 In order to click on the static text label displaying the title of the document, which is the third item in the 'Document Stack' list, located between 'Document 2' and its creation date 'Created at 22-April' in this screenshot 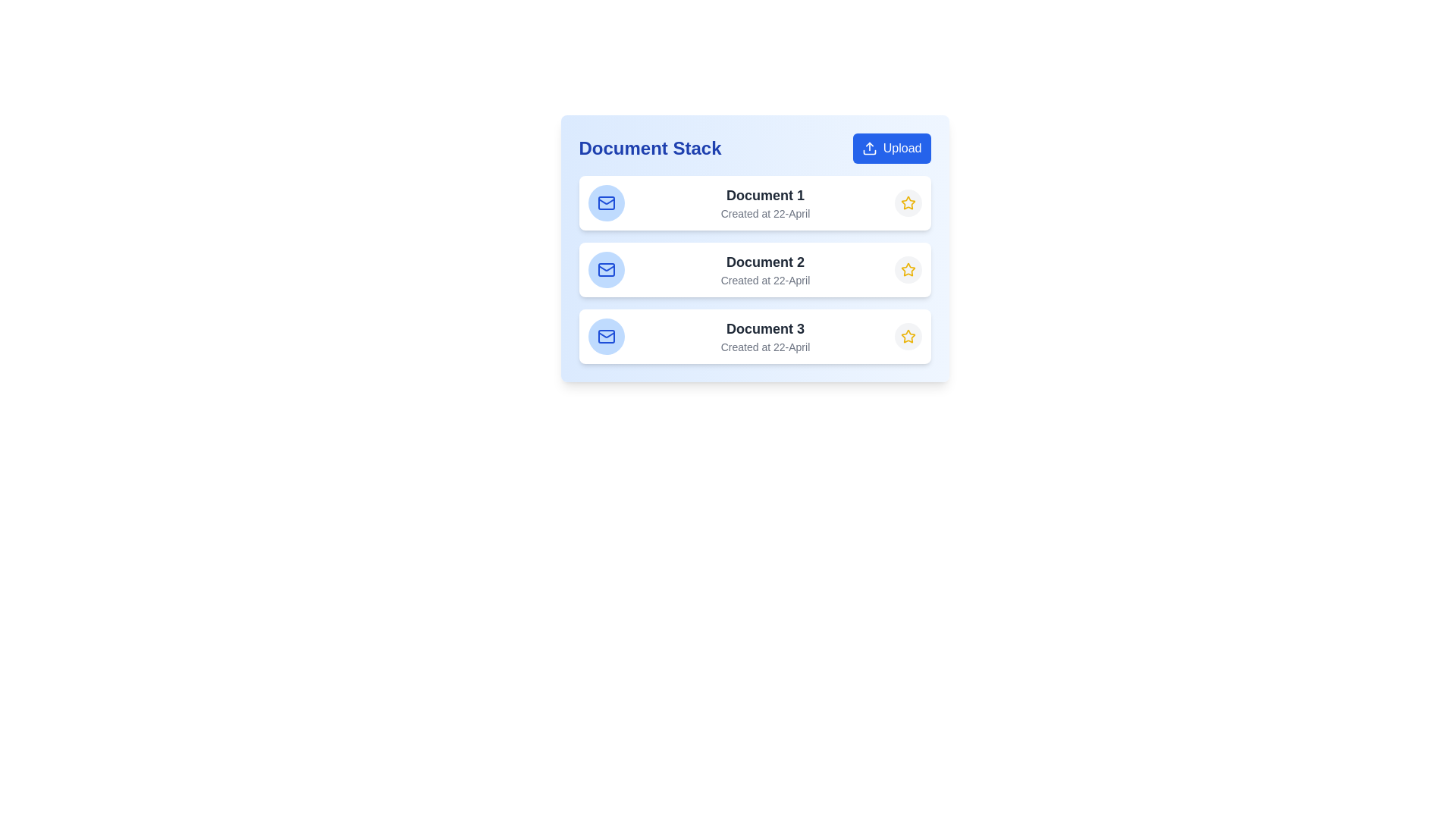, I will do `click(765, 328)`.